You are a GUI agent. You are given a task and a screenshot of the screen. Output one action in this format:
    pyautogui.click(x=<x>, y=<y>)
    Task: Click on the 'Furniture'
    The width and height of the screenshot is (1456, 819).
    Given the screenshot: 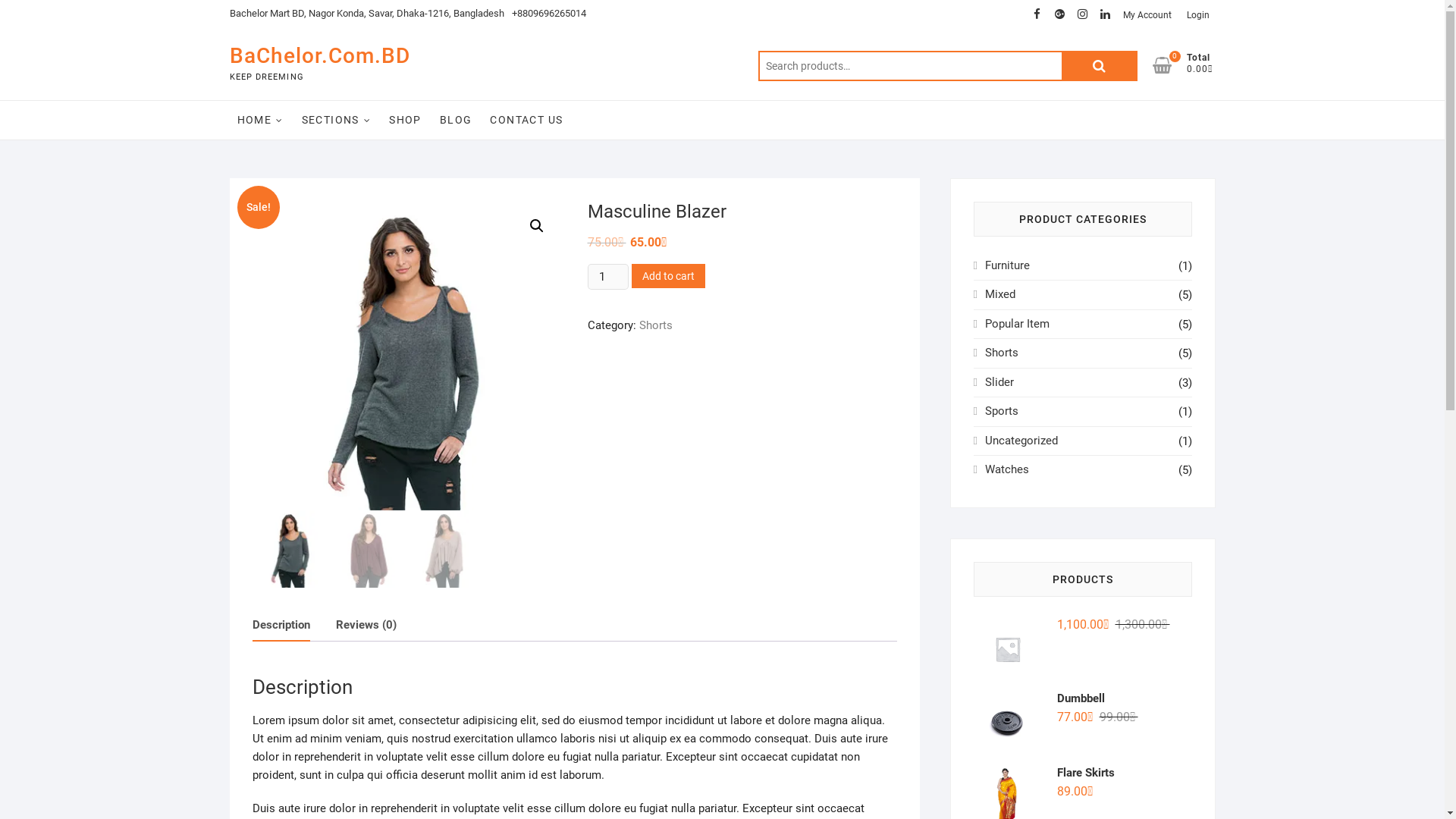 What is the action you would take?
    pyautogui.click(x=1007, y=265)
    